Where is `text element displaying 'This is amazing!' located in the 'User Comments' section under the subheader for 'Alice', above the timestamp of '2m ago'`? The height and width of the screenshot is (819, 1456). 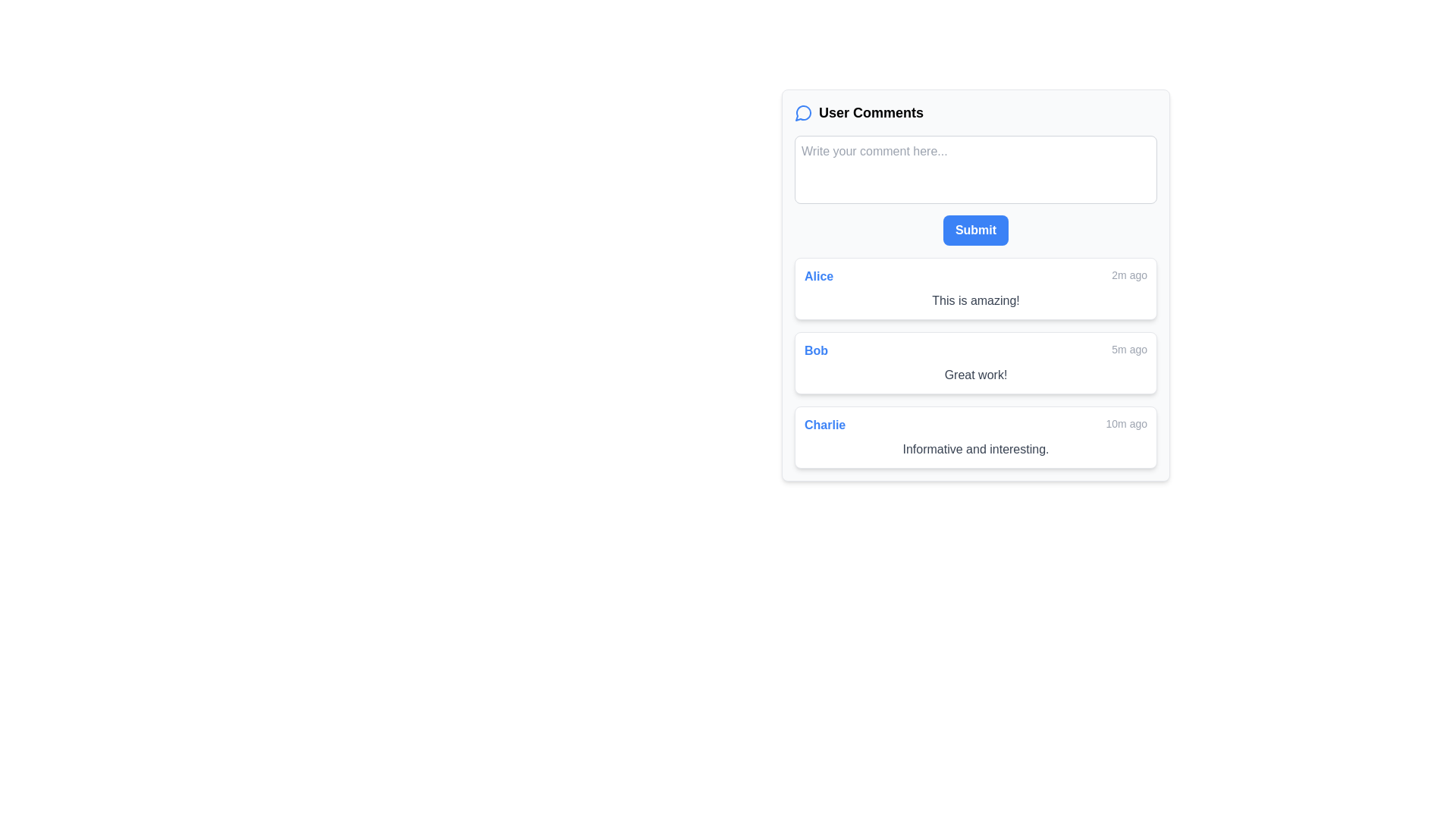
text element displaying 'This is amazing!' located in the 'User Comments' section under the subheader for 'Alice', above the timestamp of '2m ago' is located at coordinates (975, 301).